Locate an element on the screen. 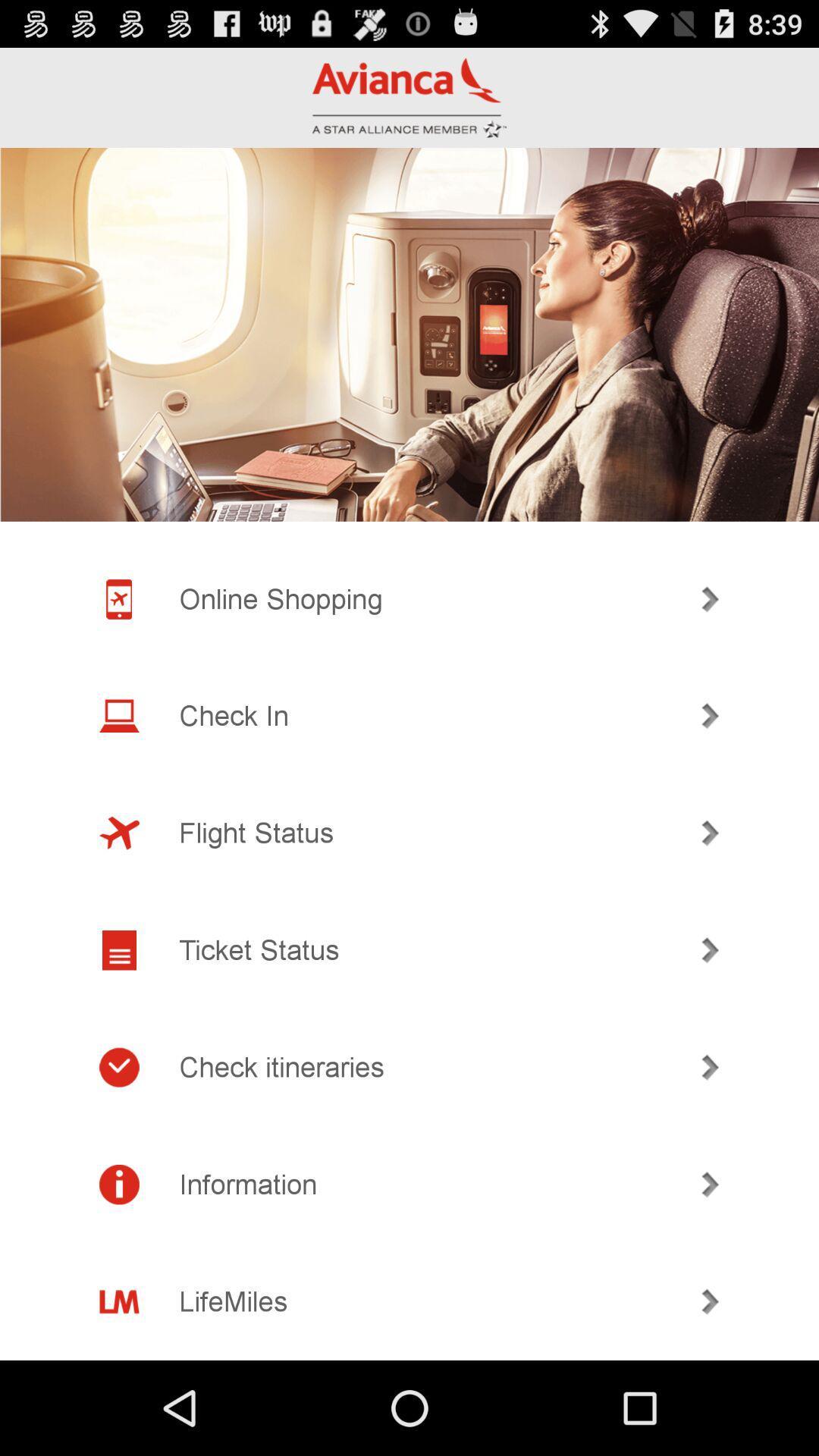 This screenshot has width=819, height=1456. the right arrow icon right to information is located at coordinates (711, 1184).